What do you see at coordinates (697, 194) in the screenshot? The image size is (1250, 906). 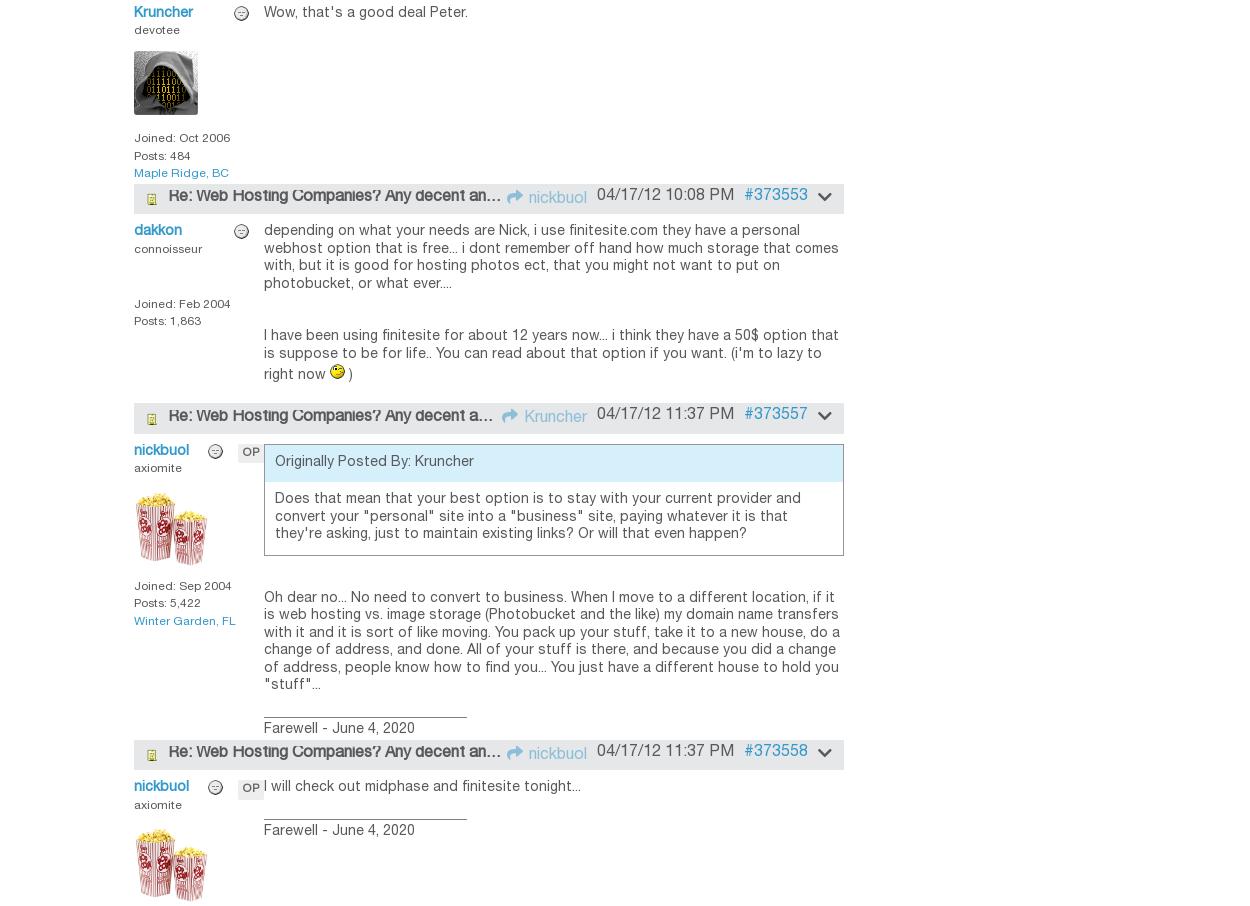 I see `'10:08 PM'` at bounding box center [697, 194].